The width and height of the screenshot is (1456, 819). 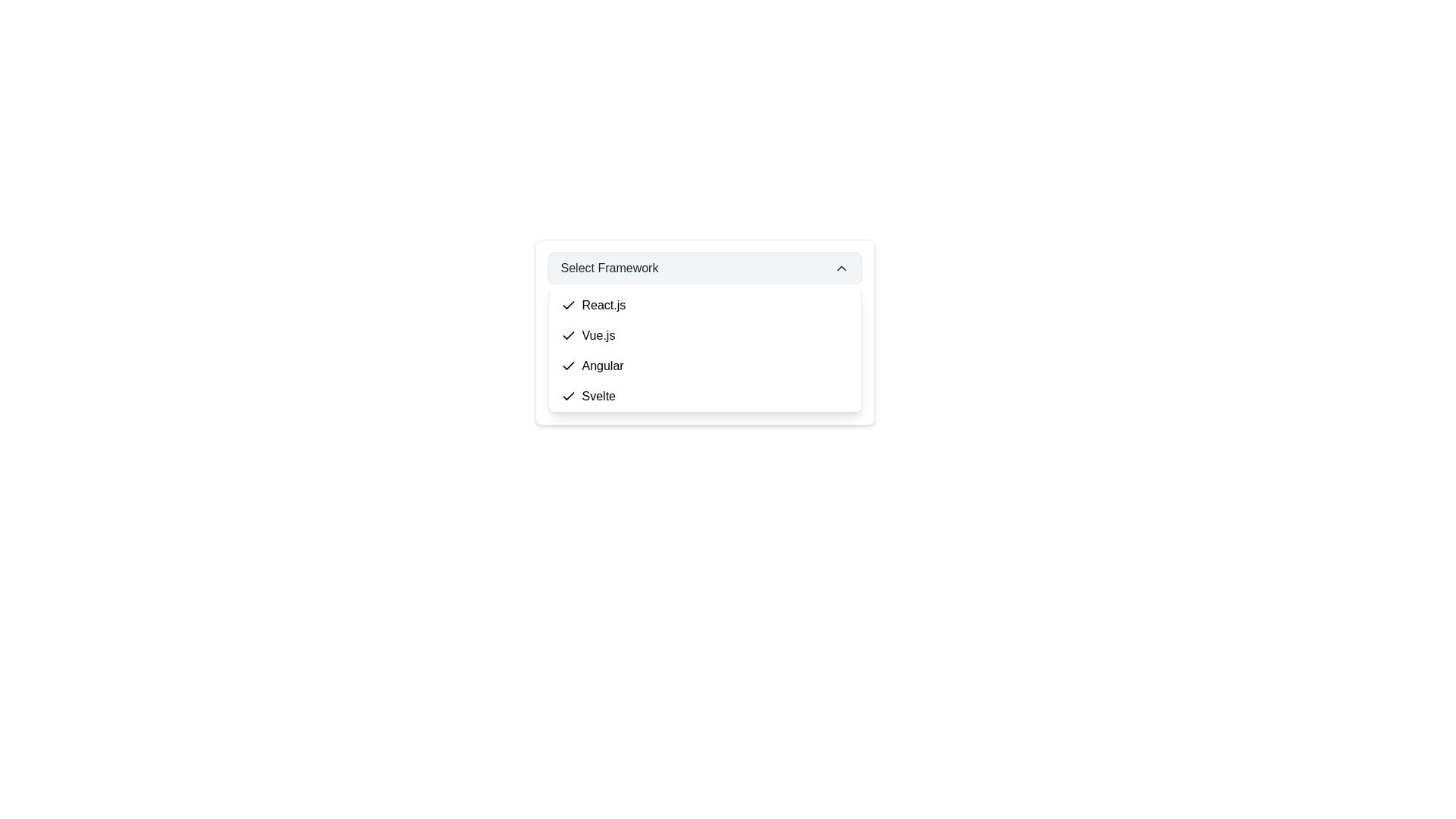 I want to click on the 'Angular' dropdown list item, so click(x=591, y=366).